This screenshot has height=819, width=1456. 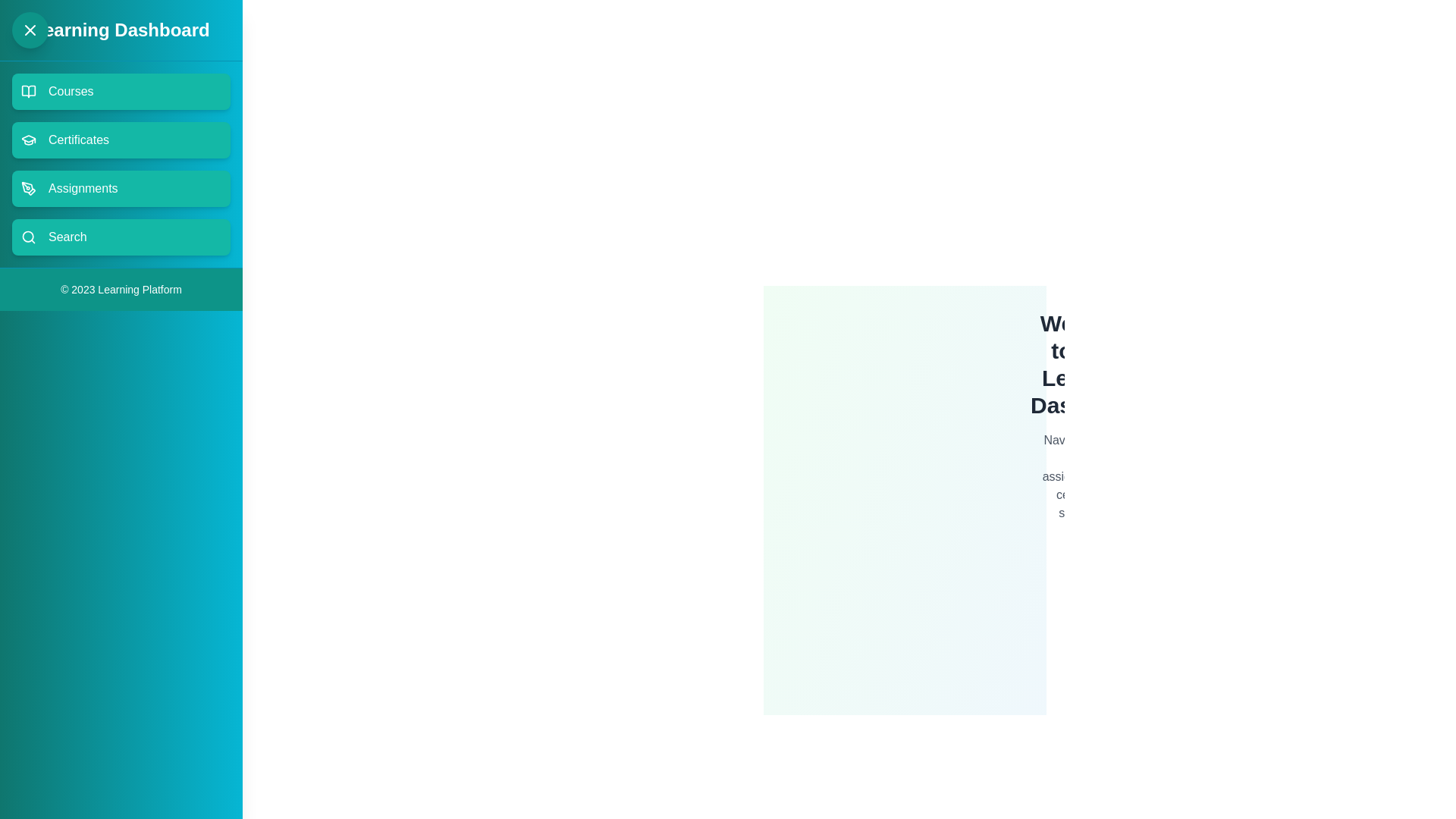 I want to click on the 'Search' button which is located in the bottom-left corner of the interface at the fourth position in the vertical navigation bar, below the 'Assignments' button, so click(x=67, y=237).